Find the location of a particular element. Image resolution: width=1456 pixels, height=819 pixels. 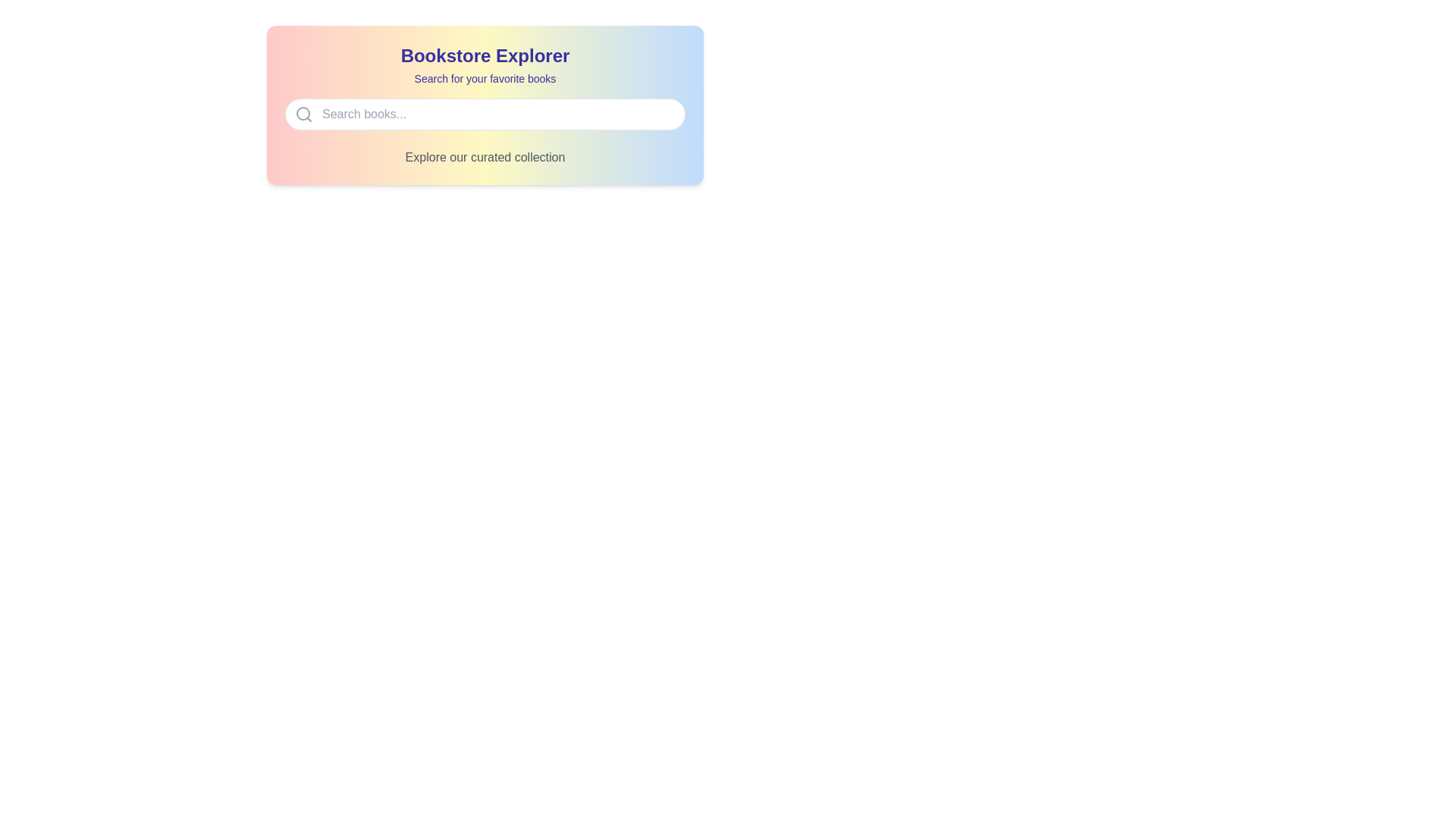

the text description element that provides context or instructions about the 'Bookstore Explorer' interface, positioned below the header and centered horizontally is located at coordinates (484, 79).